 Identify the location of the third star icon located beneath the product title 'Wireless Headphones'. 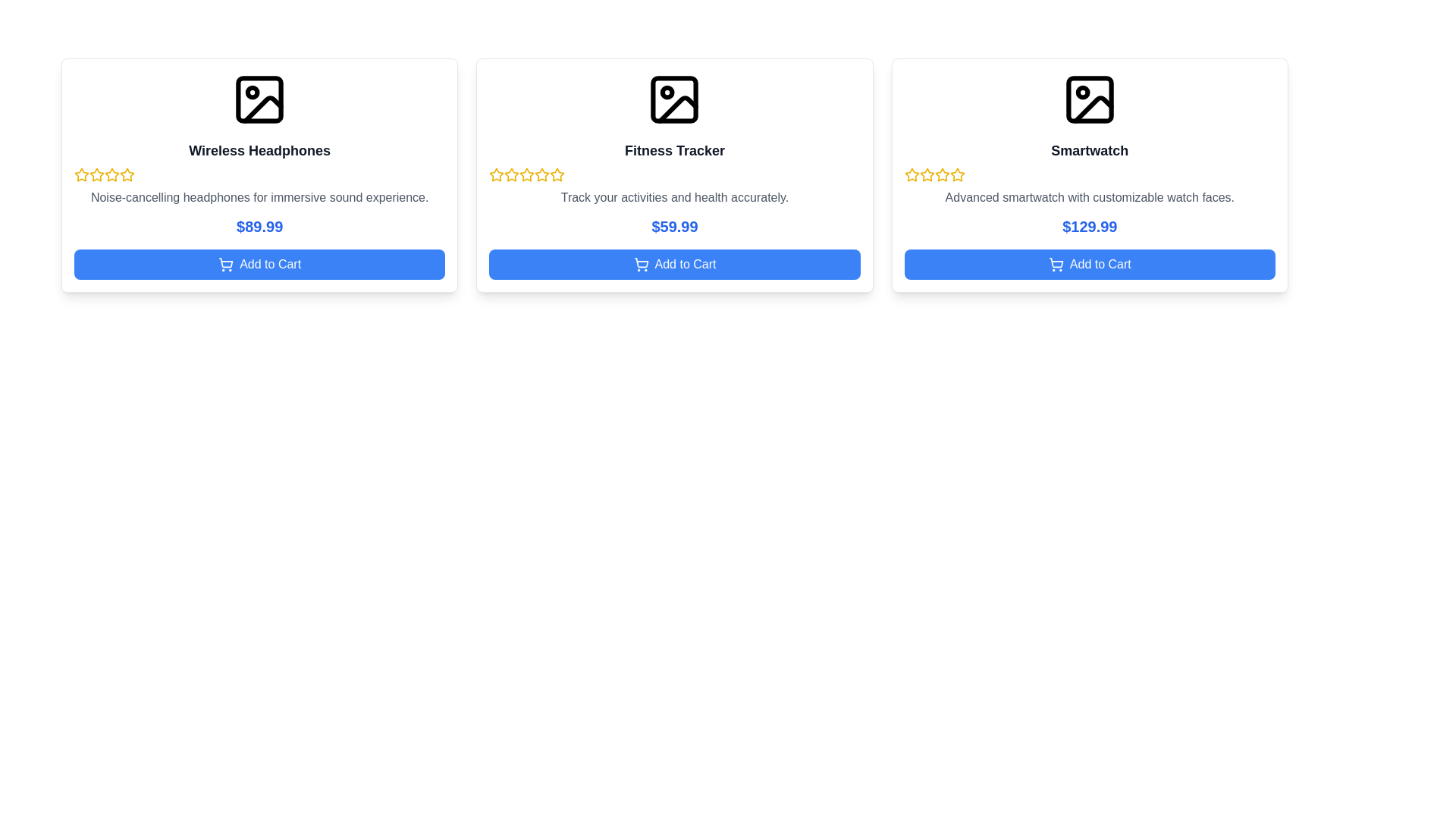
(96, 174).